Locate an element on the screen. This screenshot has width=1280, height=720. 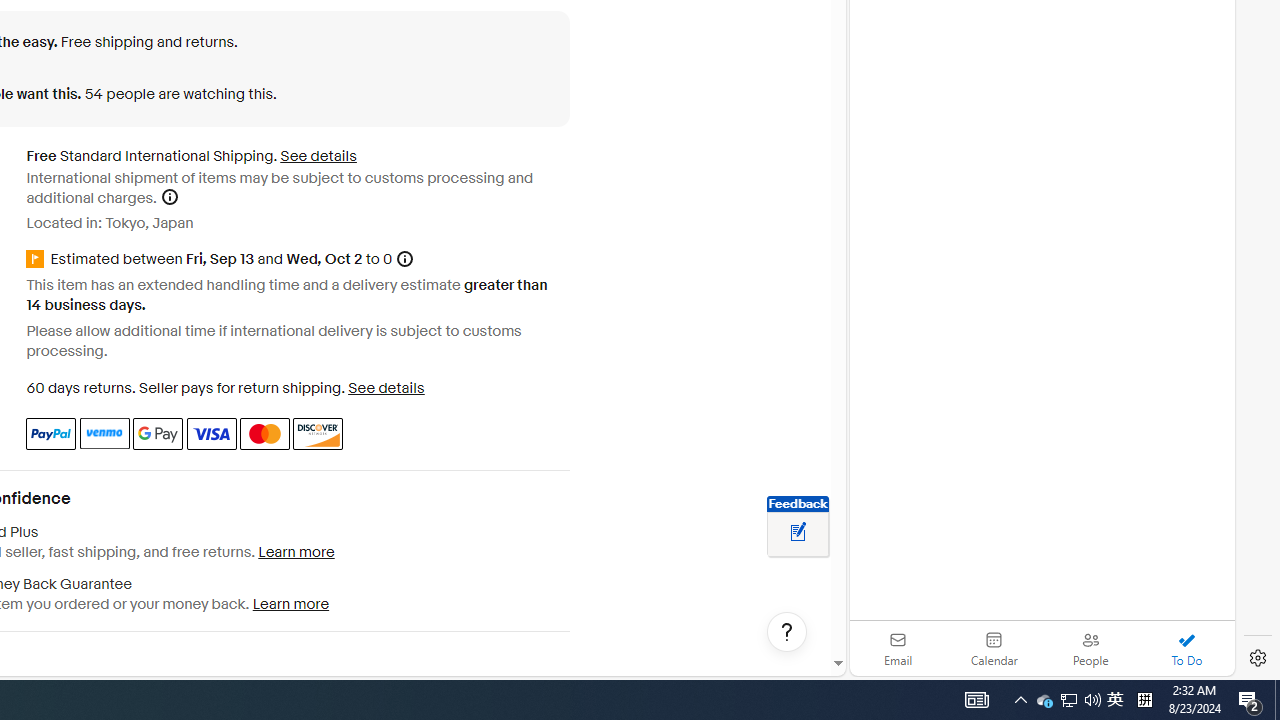
'Google Pay' is located at coordinates (157, 432).